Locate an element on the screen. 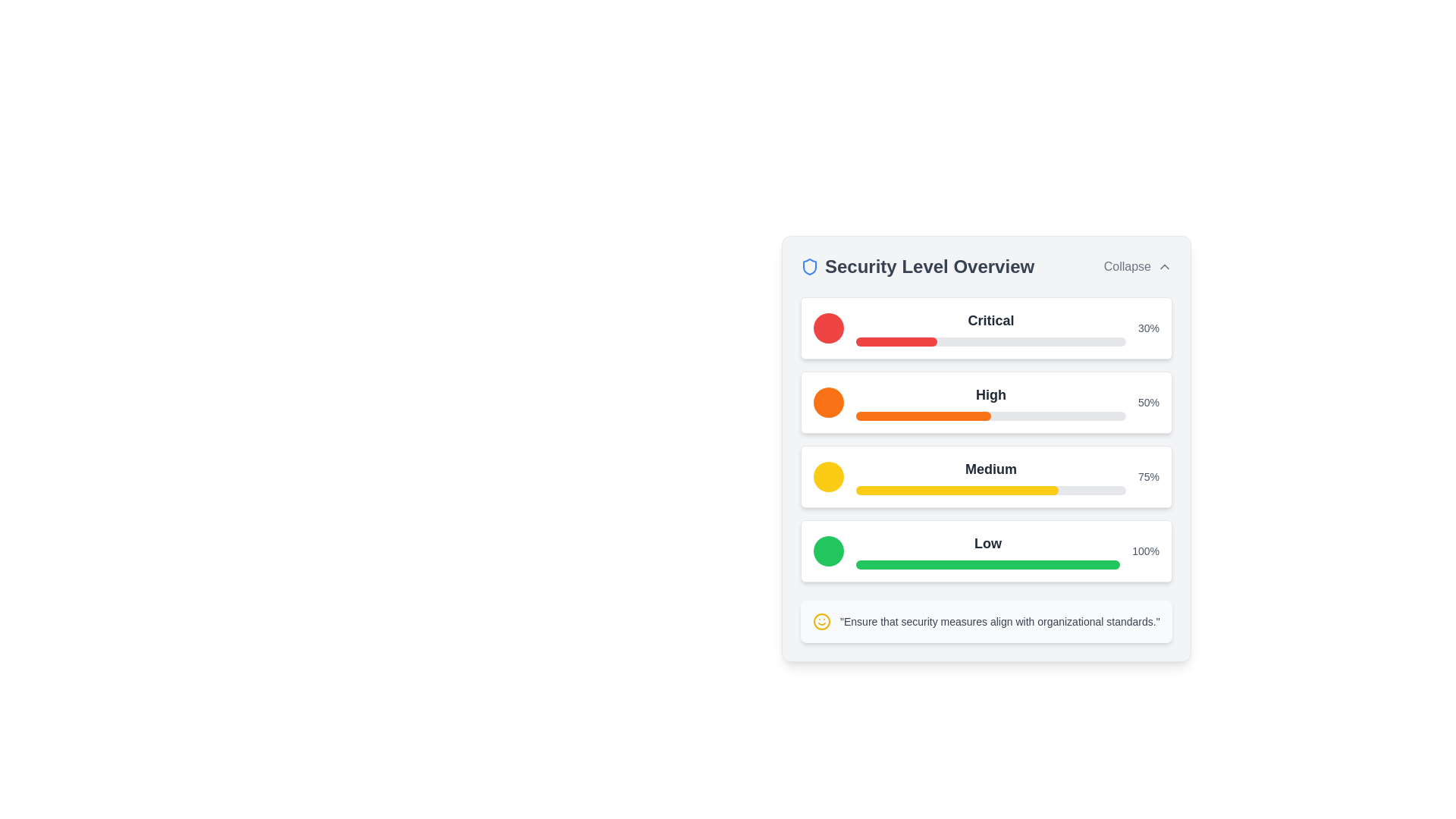 This screenshot has height=819, width=1456. the smiley face icon is located at coordinates (821, 622).